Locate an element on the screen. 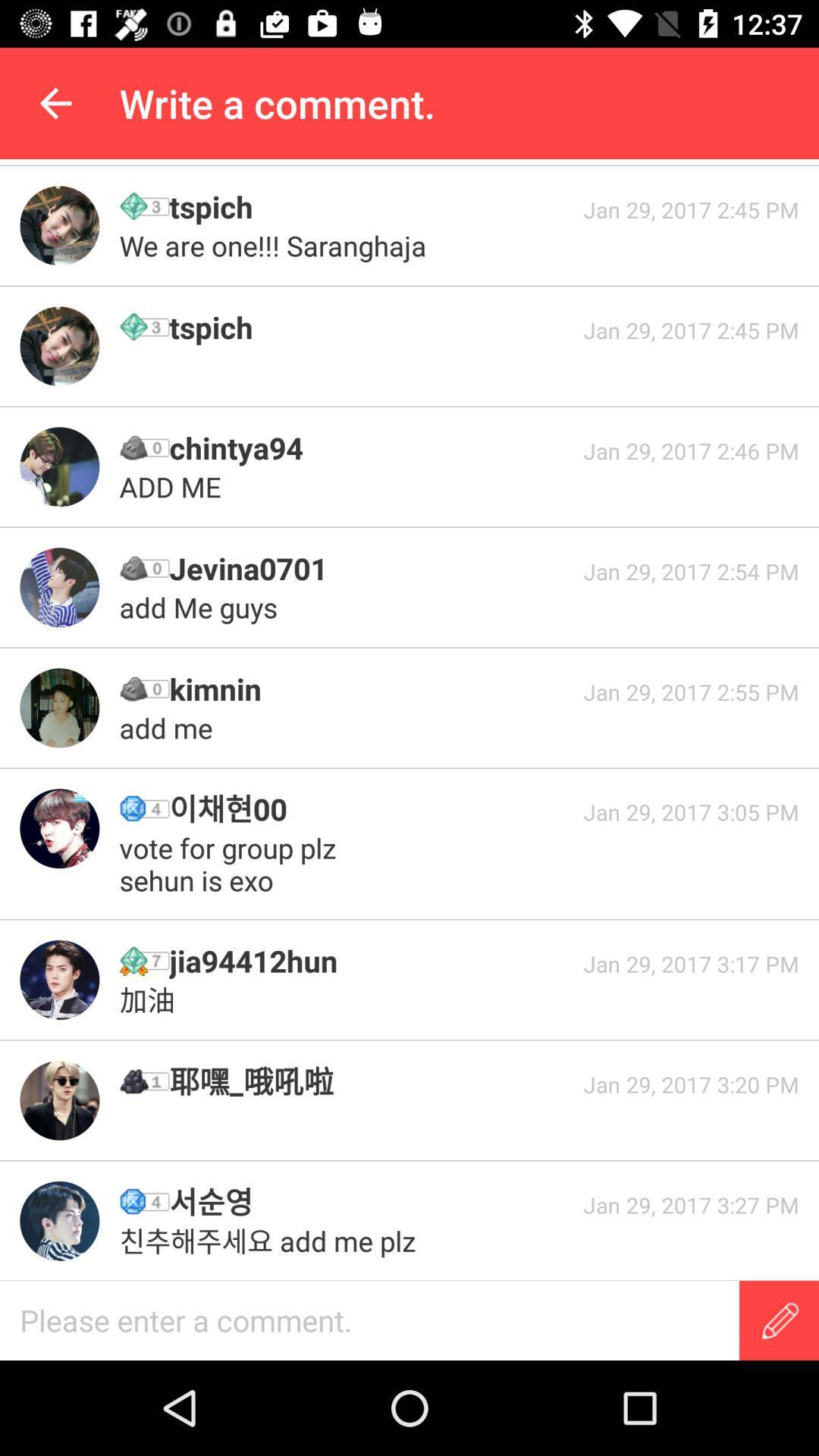  the icon next to the jan 29 2017 icon is located at coordinates (276, 246).